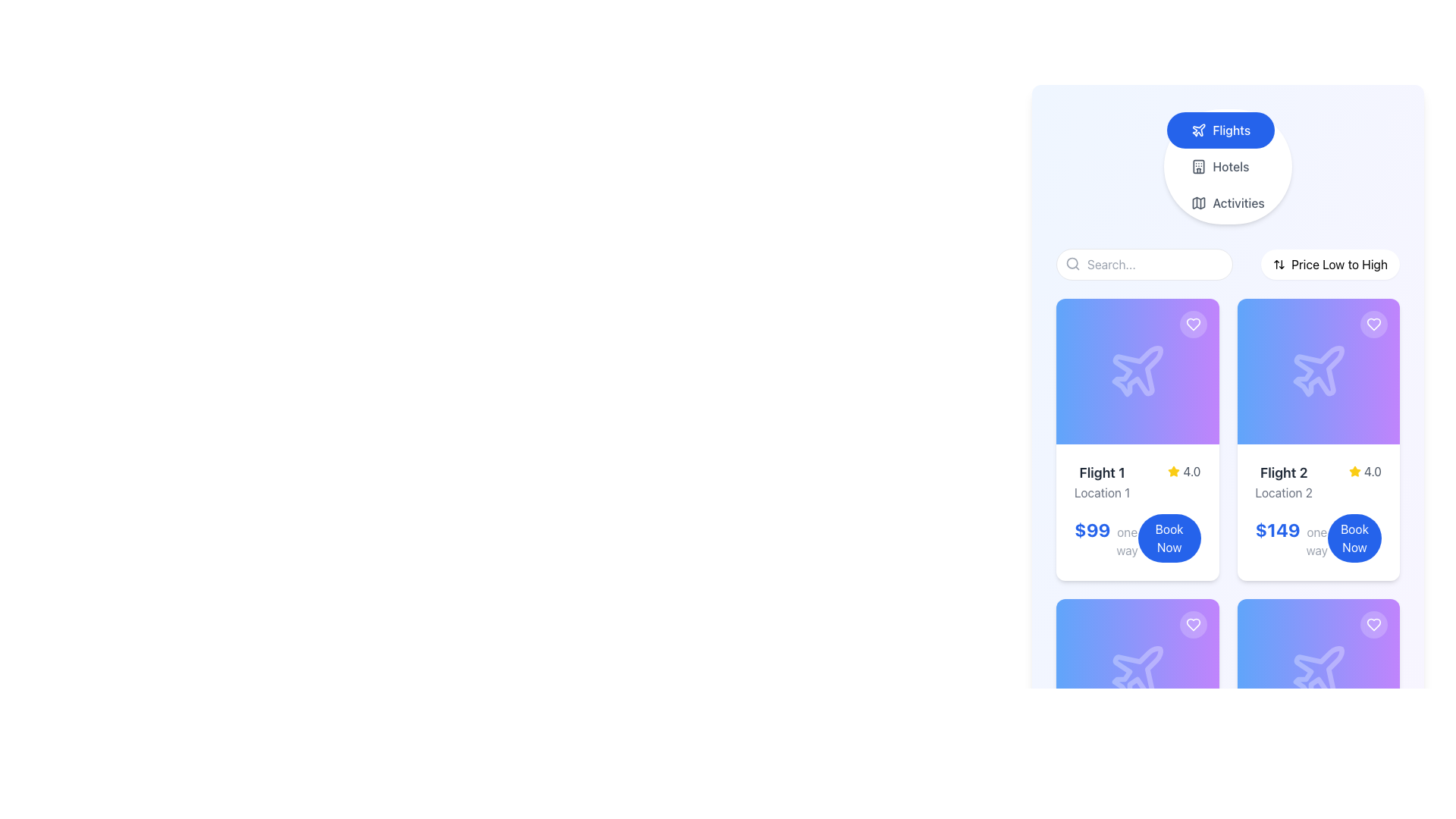 This screenshot has width=1456, height=819. Describe the element at coordinates (1373, 324) in the screenshot. I see `the heart-shaped icon within the circular semi-transparent button in the top-right corner of the card displaying 'Flight 2' to mark the associated item as favorite` at that location.